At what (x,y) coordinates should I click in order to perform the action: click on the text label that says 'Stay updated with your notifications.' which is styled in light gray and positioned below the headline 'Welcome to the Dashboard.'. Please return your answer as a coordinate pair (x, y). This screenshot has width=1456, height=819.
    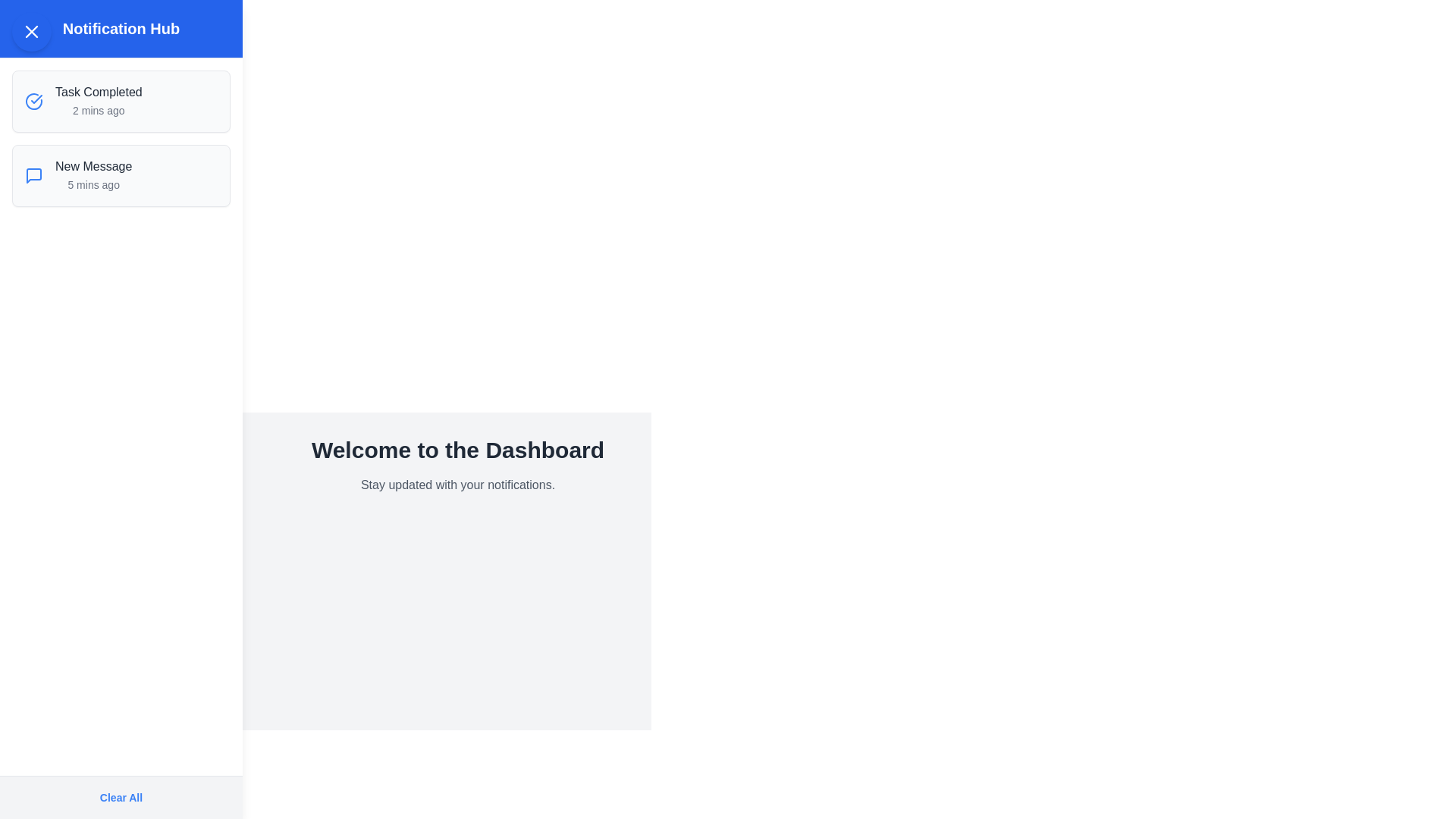
    Looking at the image, I should click on (457, 485).